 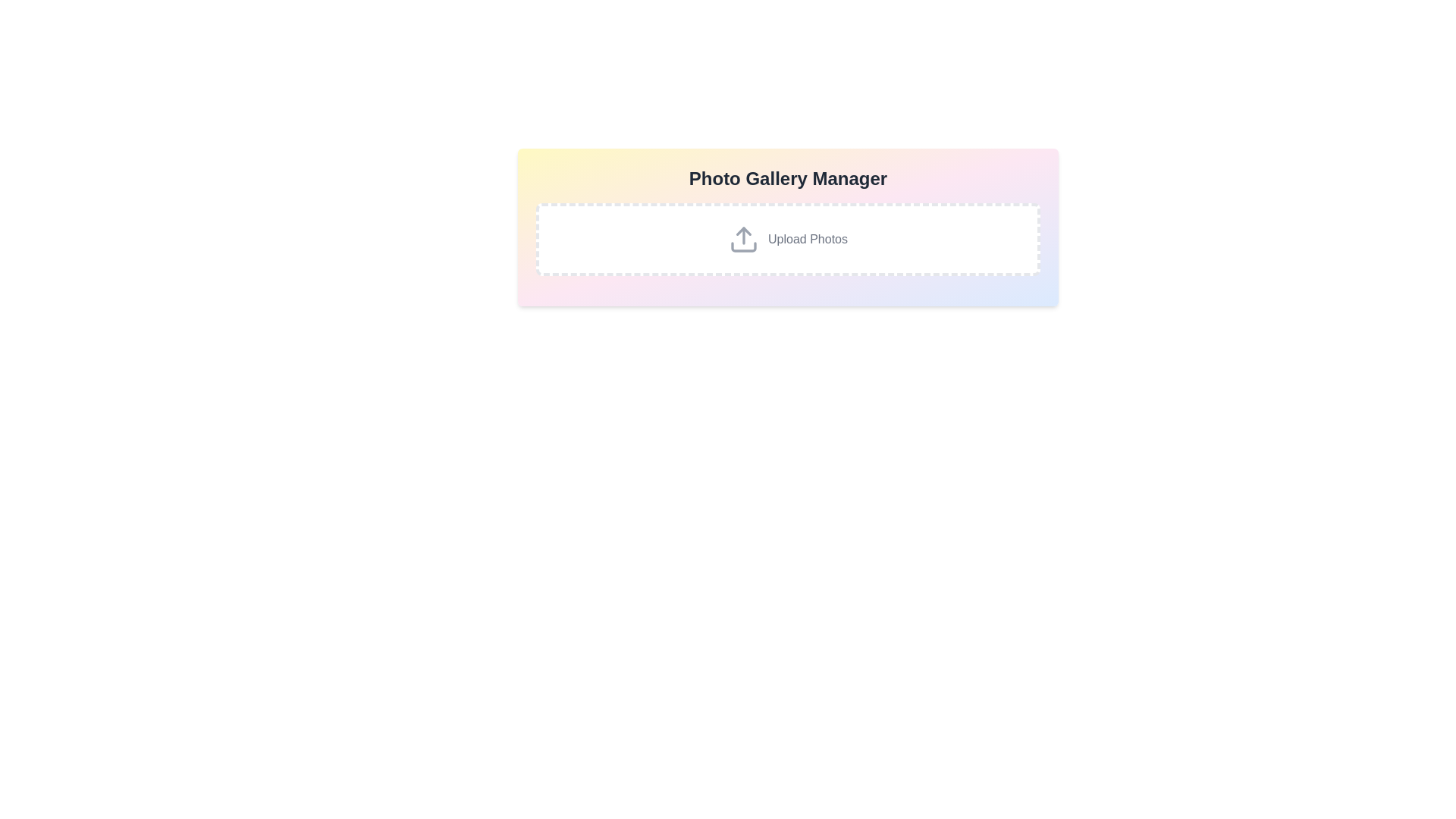 I want to click on the 'Upload Photos' button in the modal dialog with a pastel gradient background to initiate the upload process, so click(x=788, y=247).